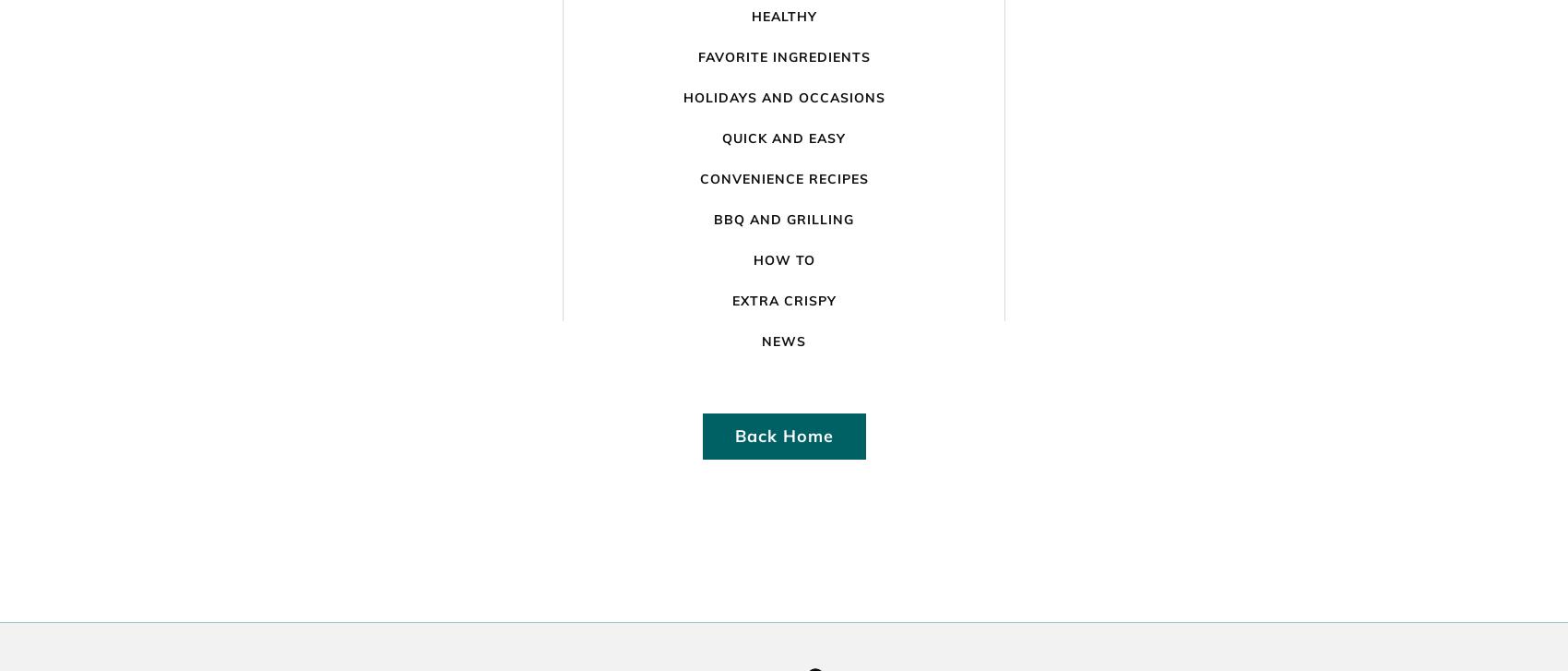  What do you see at coordinates (782, 97) in the screenshot?
I see `'Holidays and Occasions'` at bounding box center [782, 97].